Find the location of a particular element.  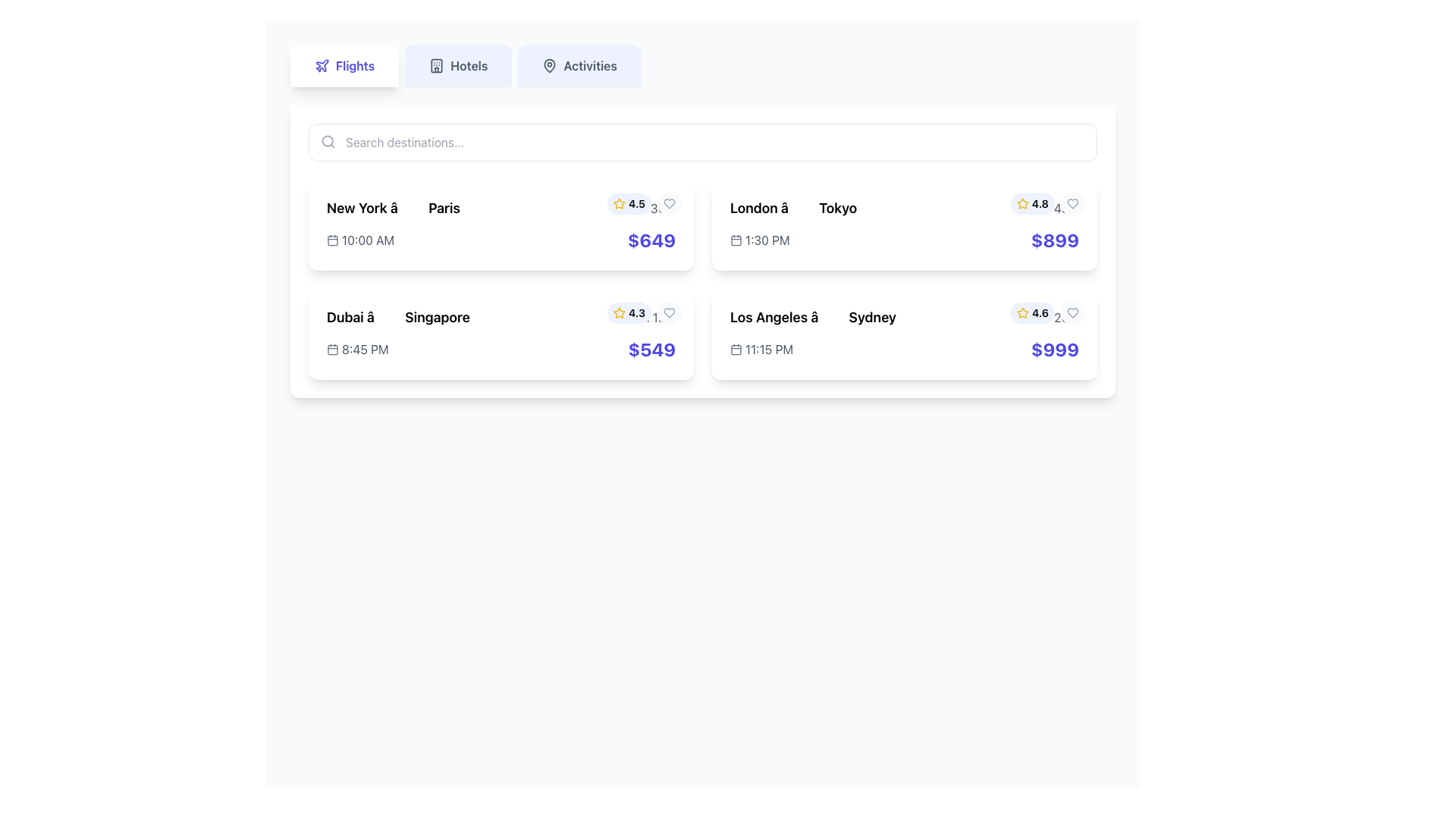

the Rating display element located in the bottom-right corner of the 'Los Angeles to Sydney' flight option card, which shows the flight's quality rating is located at coordinates (1032, 312).